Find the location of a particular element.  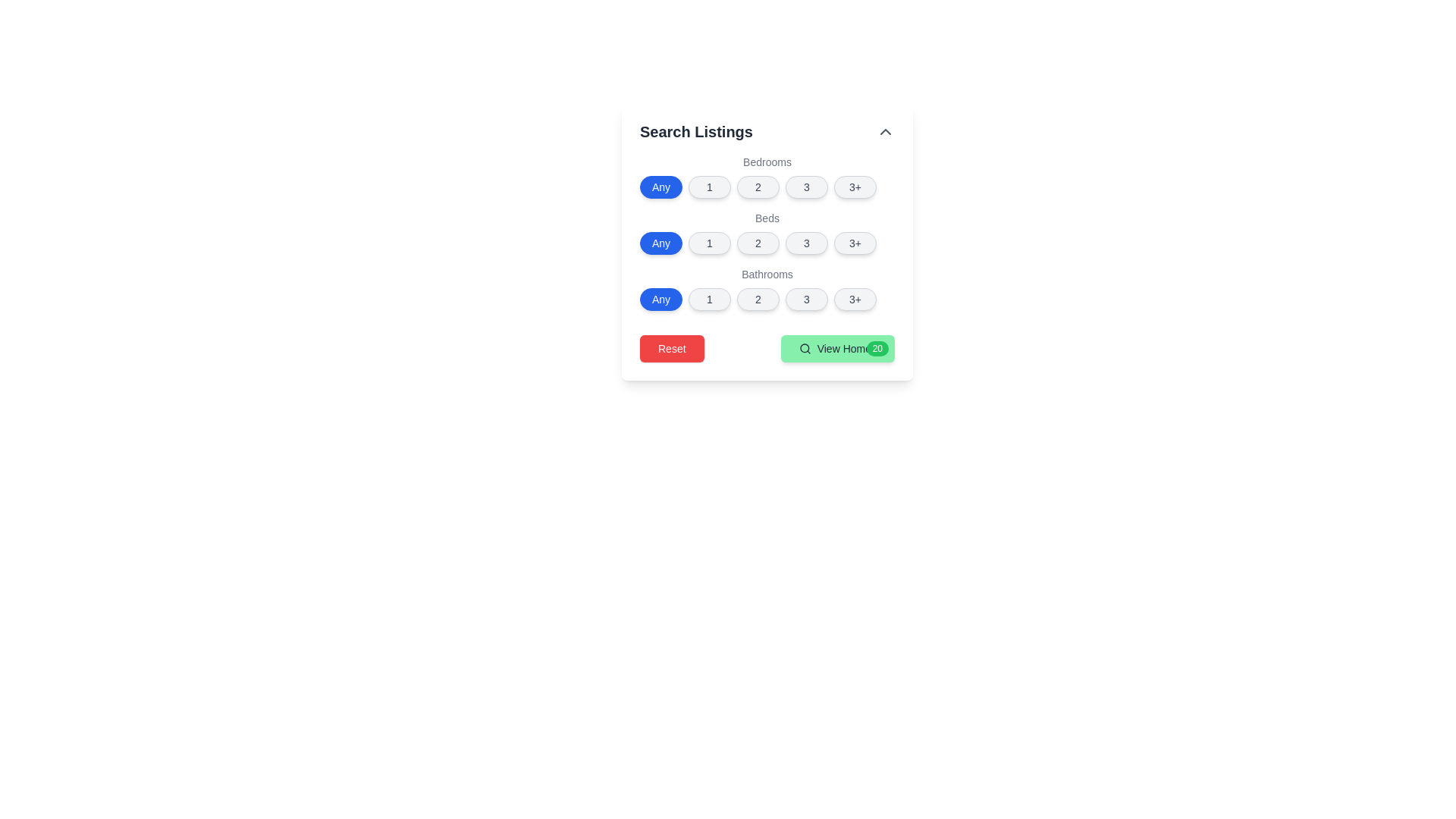

the '2' button for the 'Beds' filter located in the third position of the horizontal series of buttons labeled 'Beds.' is located at coordinates (758, 242).